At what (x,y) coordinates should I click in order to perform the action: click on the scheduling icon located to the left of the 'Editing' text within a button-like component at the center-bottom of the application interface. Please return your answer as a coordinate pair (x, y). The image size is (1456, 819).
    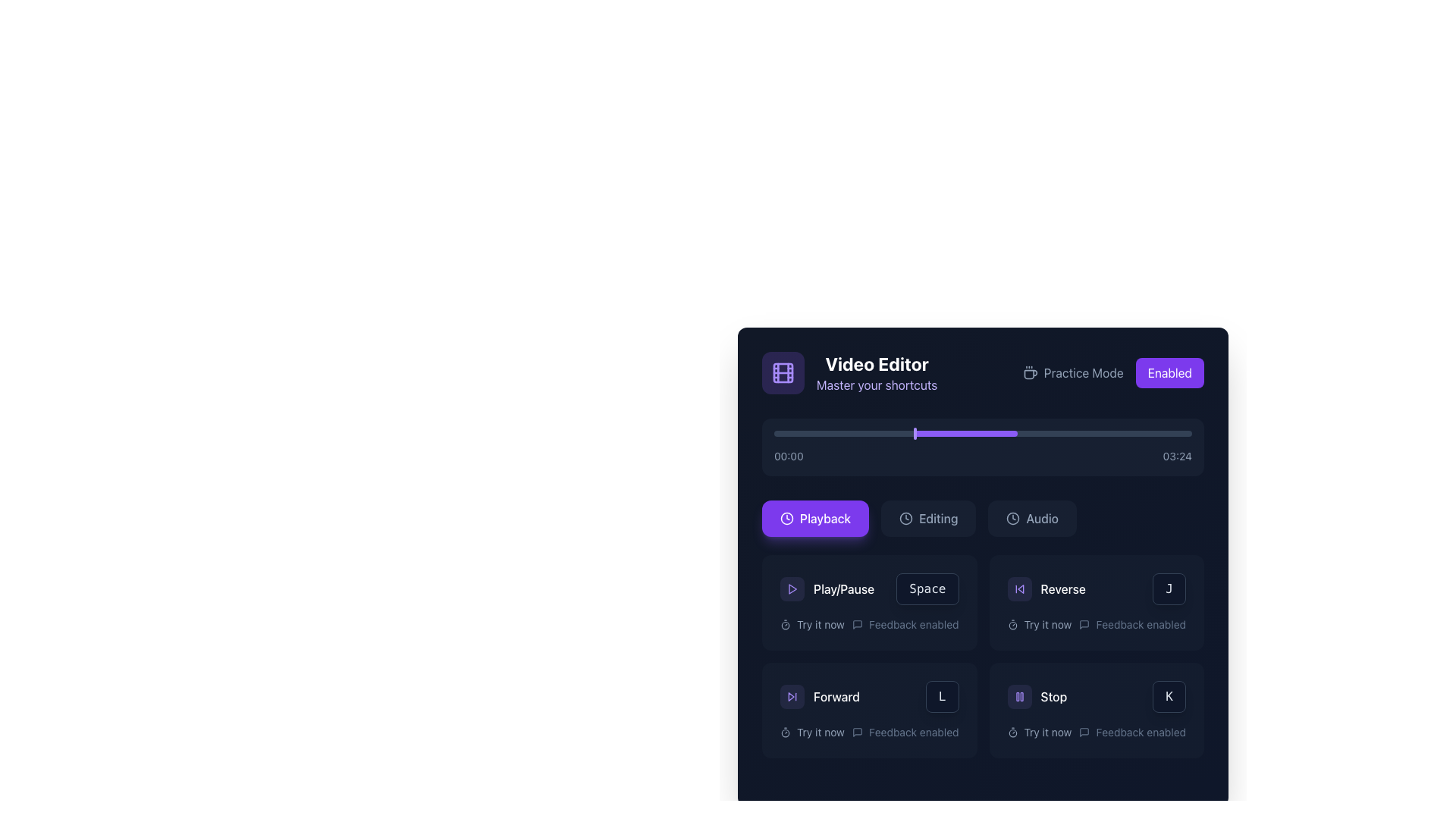
    Looking at the image, I should click on (906, 517).